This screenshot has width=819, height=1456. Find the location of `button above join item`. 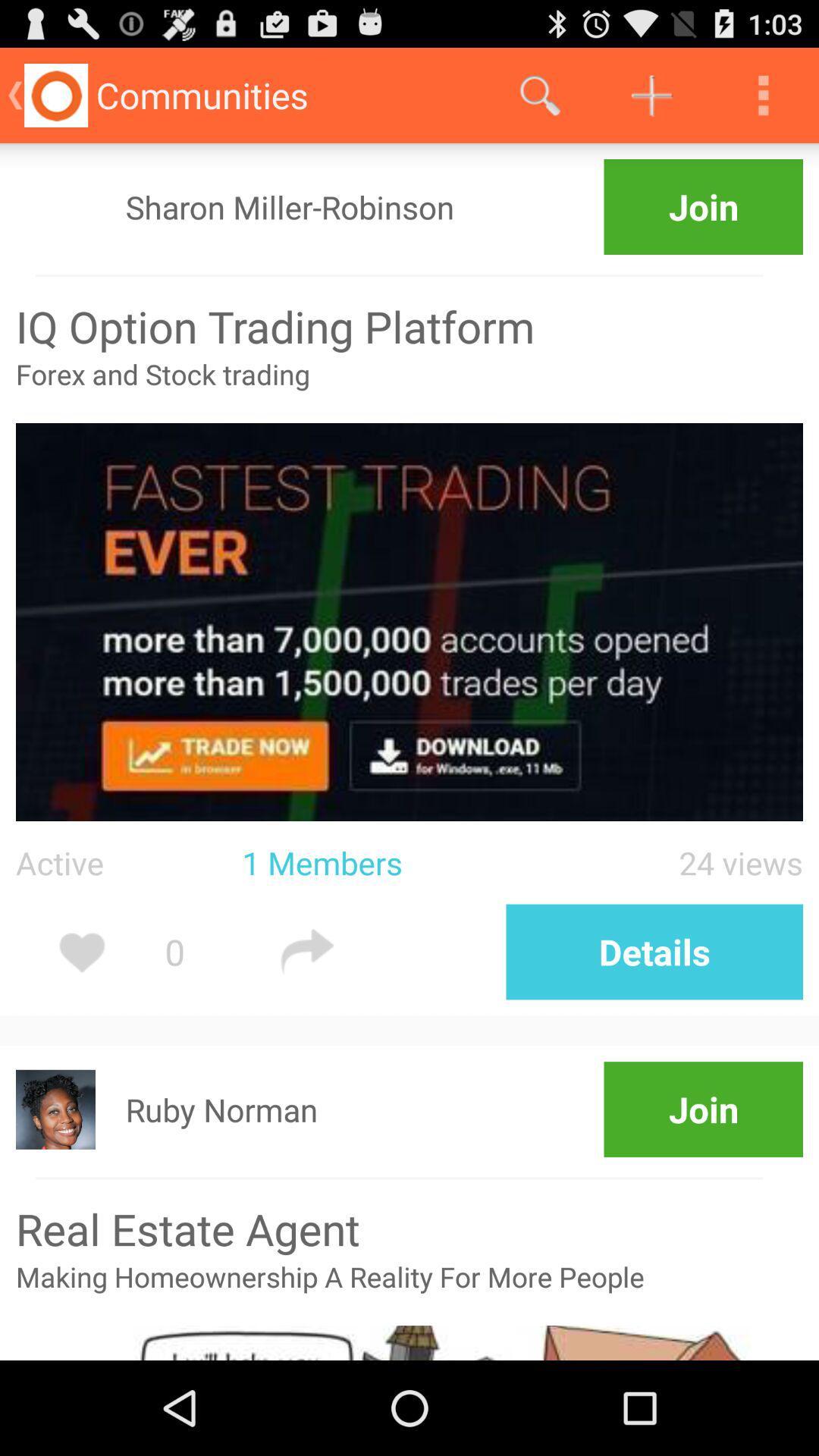

button above join item is located at coordinates (539, 94).